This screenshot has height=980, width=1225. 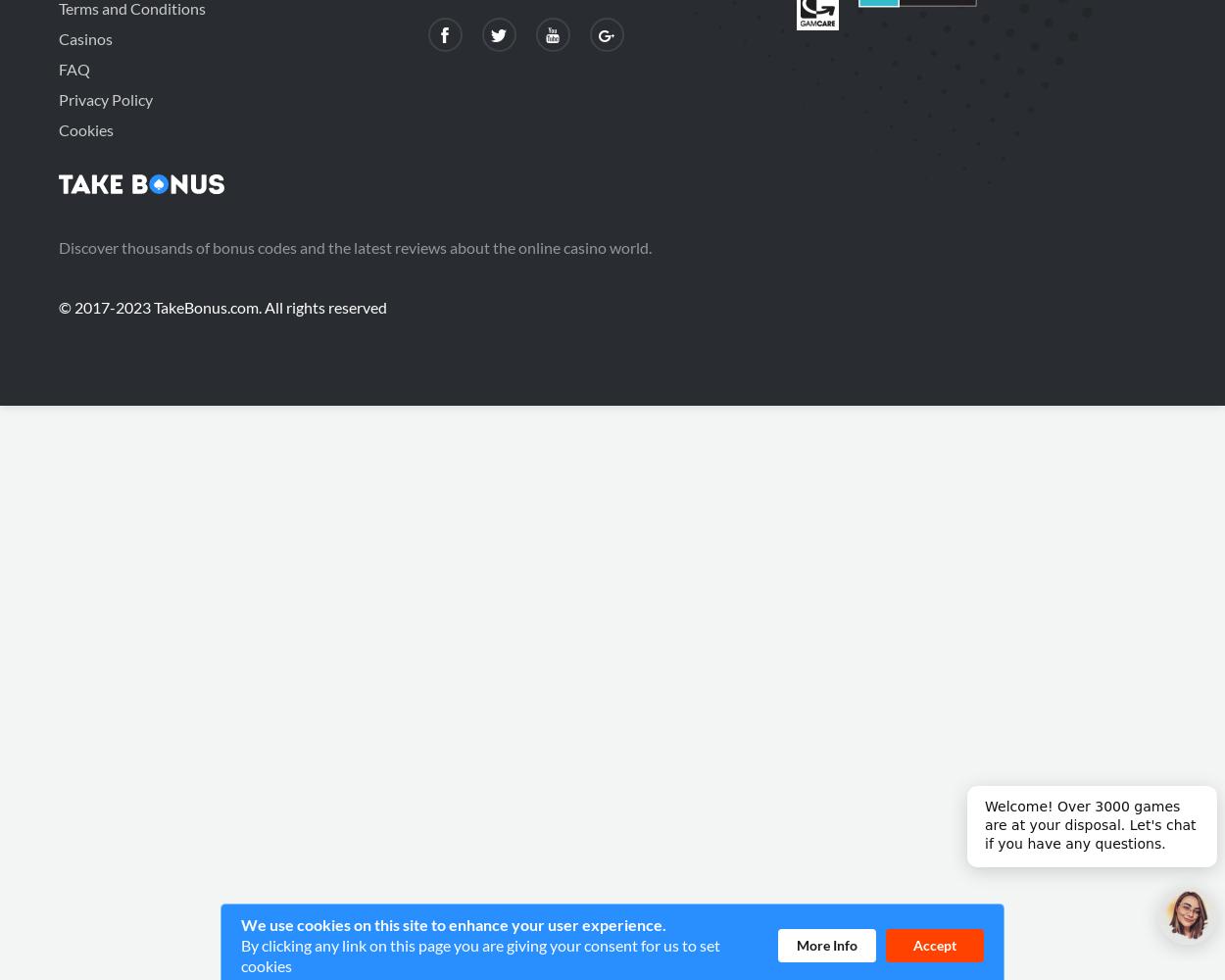 I want to click on 'Casinos', so click(x=84, y=38).